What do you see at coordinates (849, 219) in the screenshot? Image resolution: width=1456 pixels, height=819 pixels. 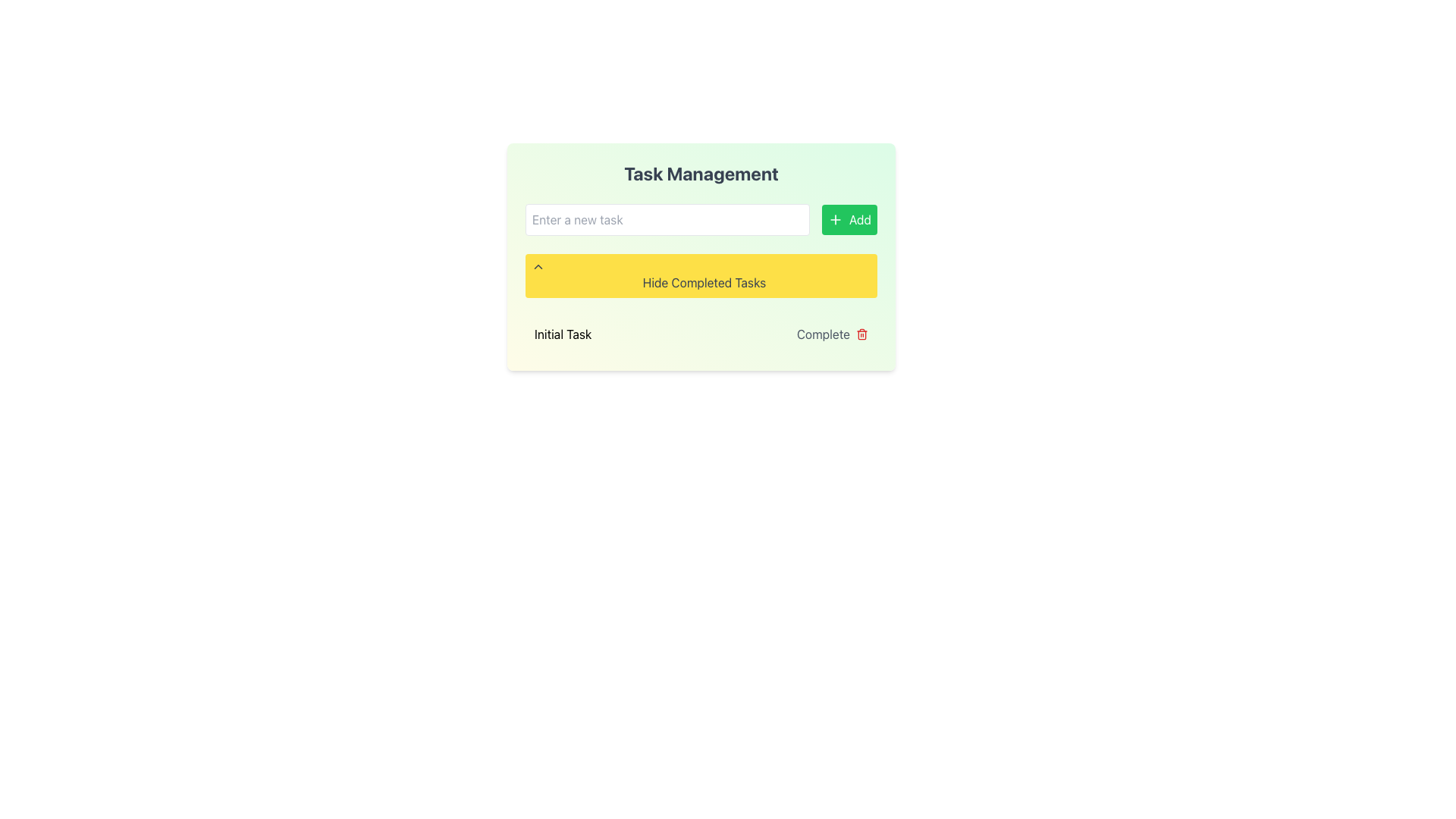 I see `the 'Add Task' button located on the right side of the input field in the task management section to observe its hover effect` at bounding box center [849, 219].